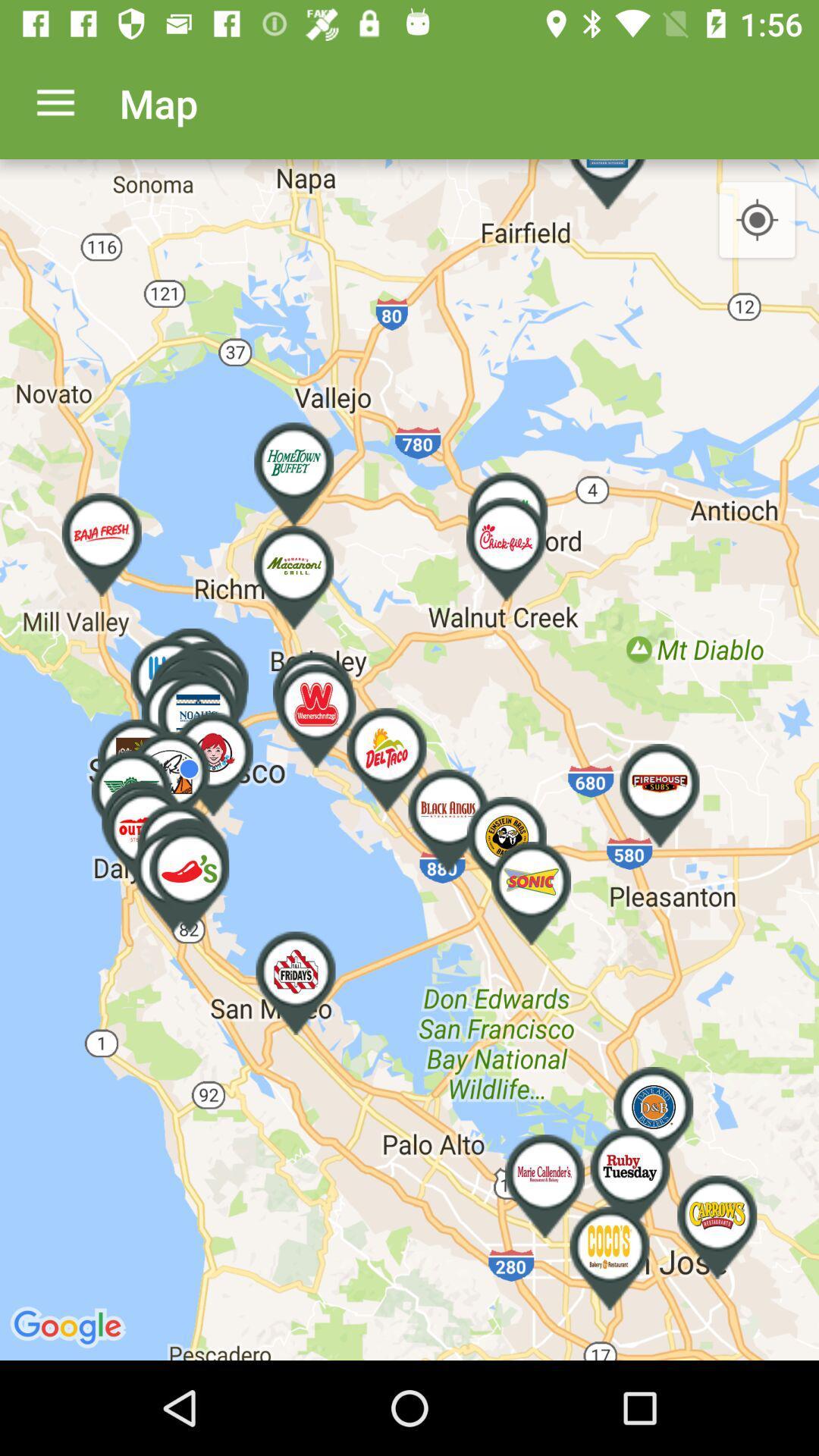  I want to click on the icon at the top right corner, so click(757, 220).